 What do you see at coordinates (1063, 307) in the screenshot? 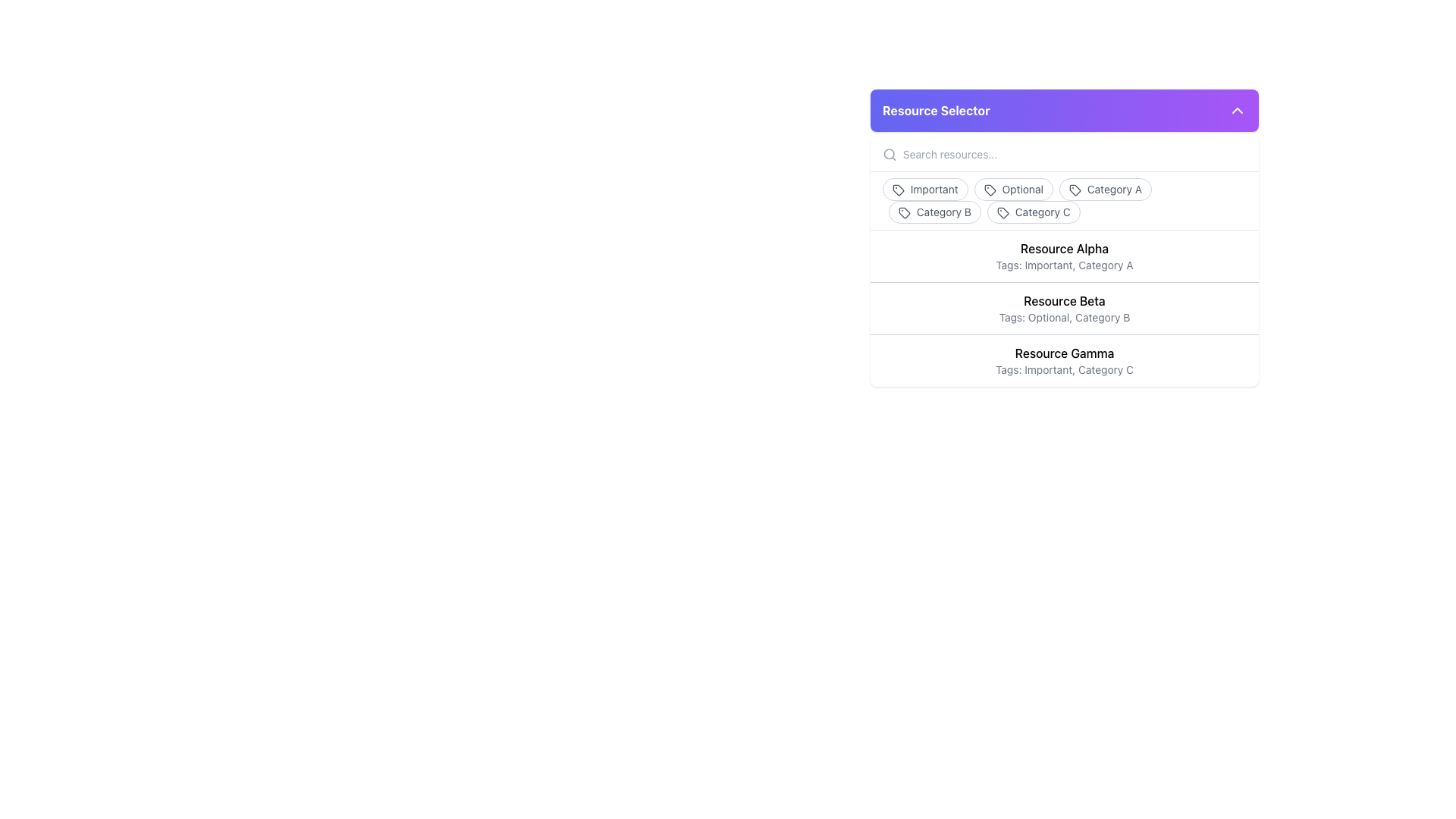
I see `the second item in the 'Resource Selector' dropdown list` at bounding box center [1063, 307].